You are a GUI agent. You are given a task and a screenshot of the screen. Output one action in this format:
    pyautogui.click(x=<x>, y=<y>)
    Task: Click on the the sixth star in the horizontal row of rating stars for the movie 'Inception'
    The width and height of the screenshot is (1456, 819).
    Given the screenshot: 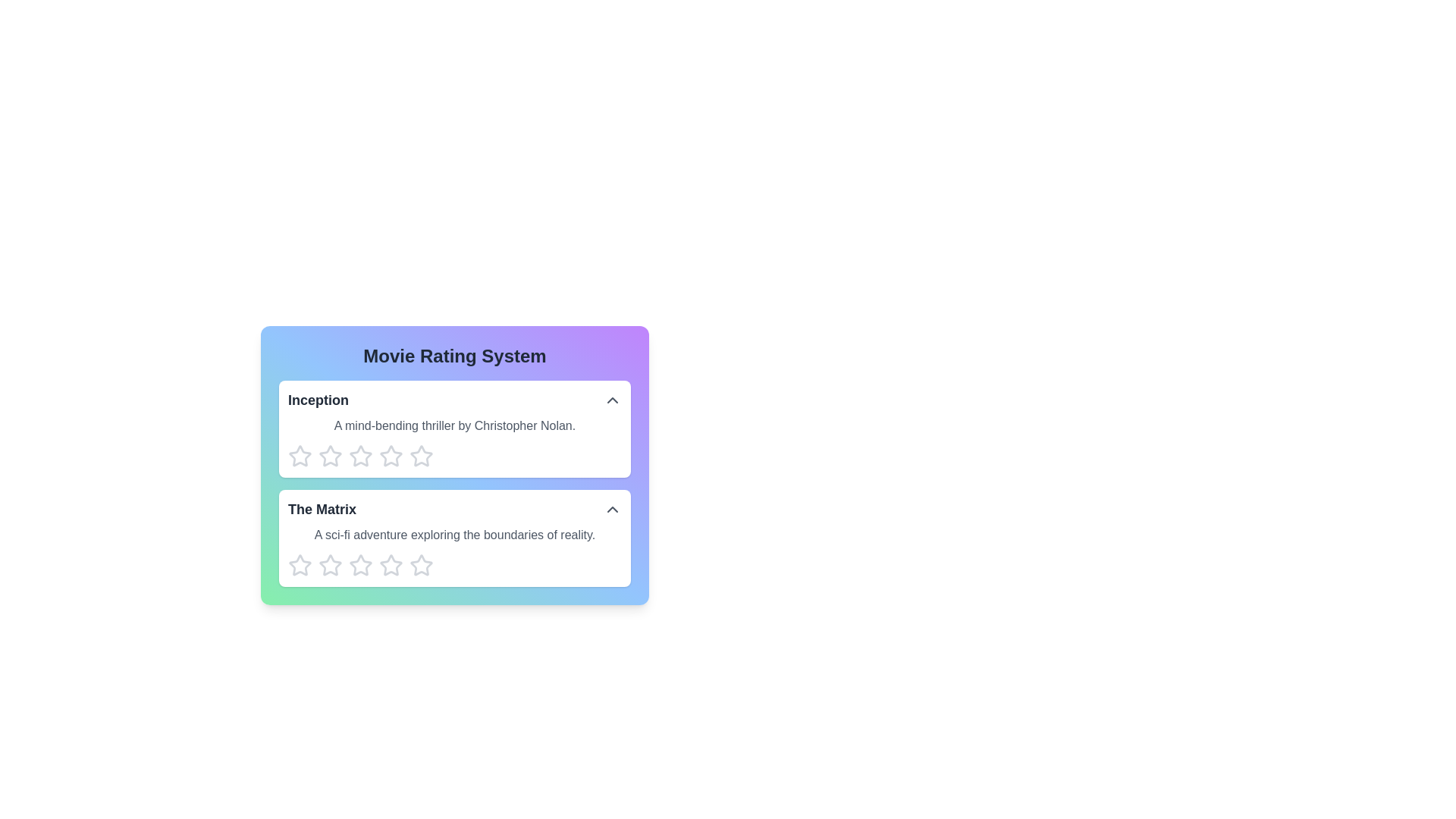 What is the action you would take?
    pyautogui.click(x=391, y=455)
    